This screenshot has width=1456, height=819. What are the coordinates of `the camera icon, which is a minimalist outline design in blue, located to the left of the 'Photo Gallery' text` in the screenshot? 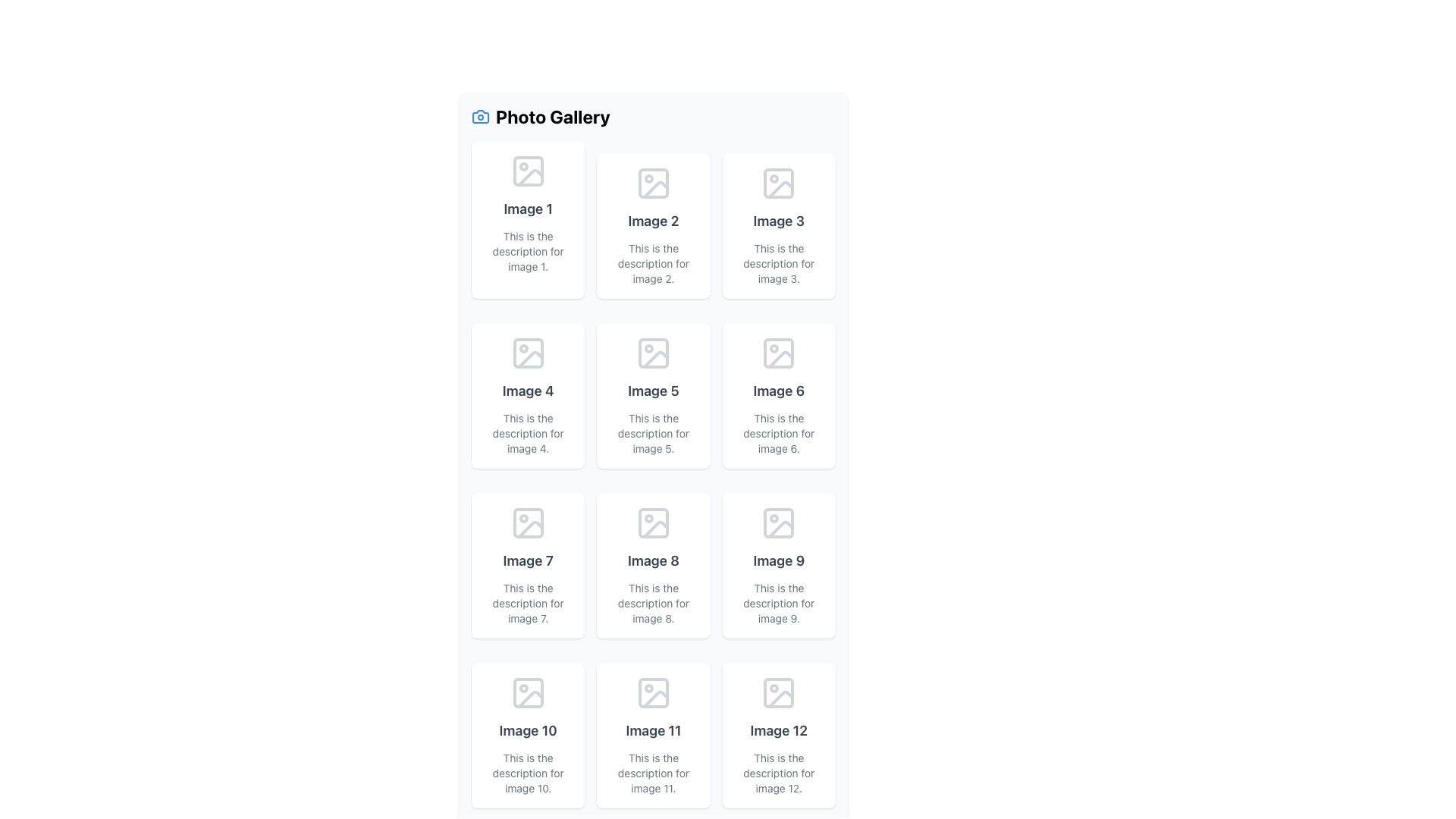 It's located at (479, 116).